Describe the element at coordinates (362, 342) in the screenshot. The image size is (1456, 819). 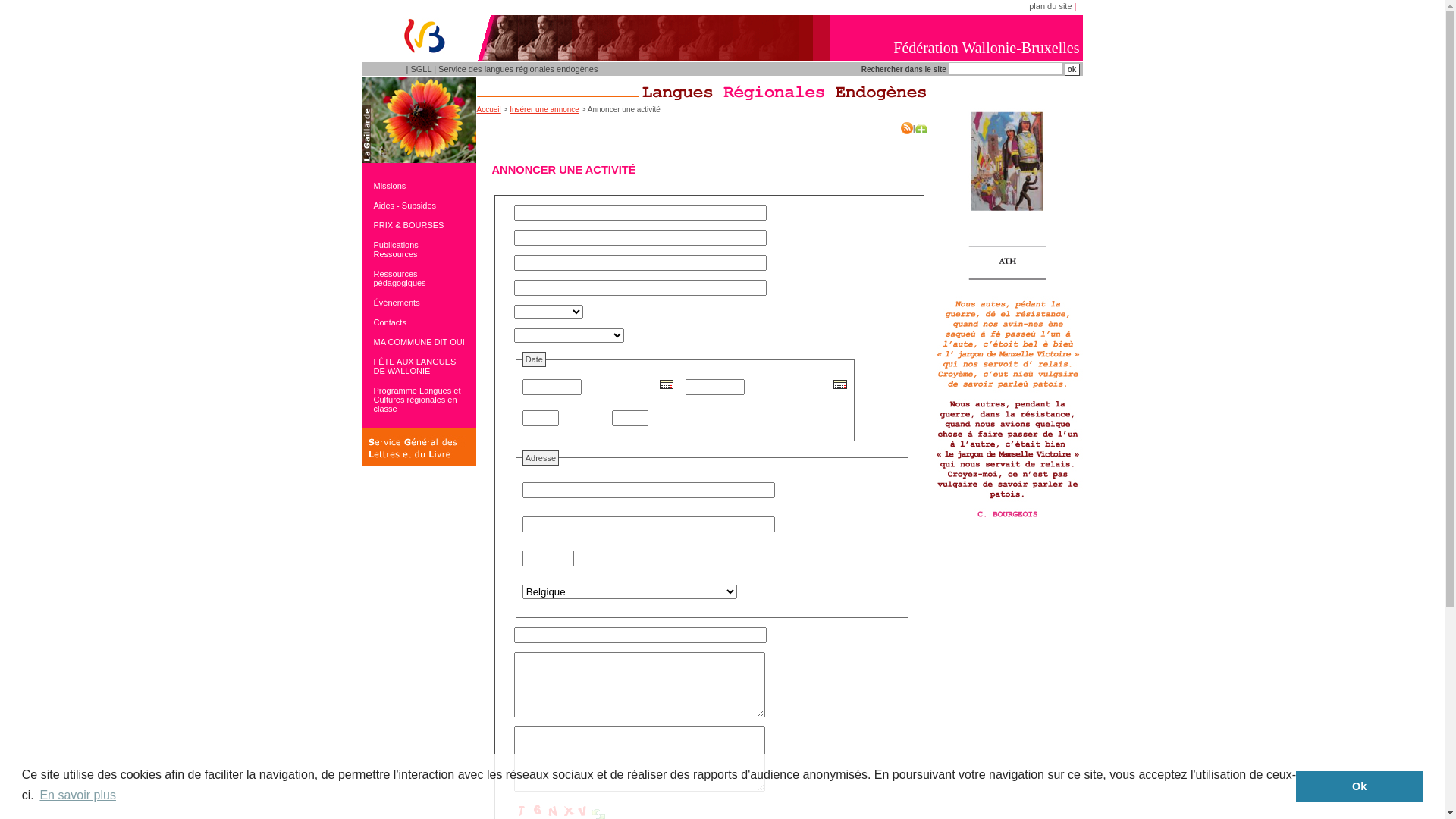
I see `'MA COMMUNE DIT OUI'` at that location.